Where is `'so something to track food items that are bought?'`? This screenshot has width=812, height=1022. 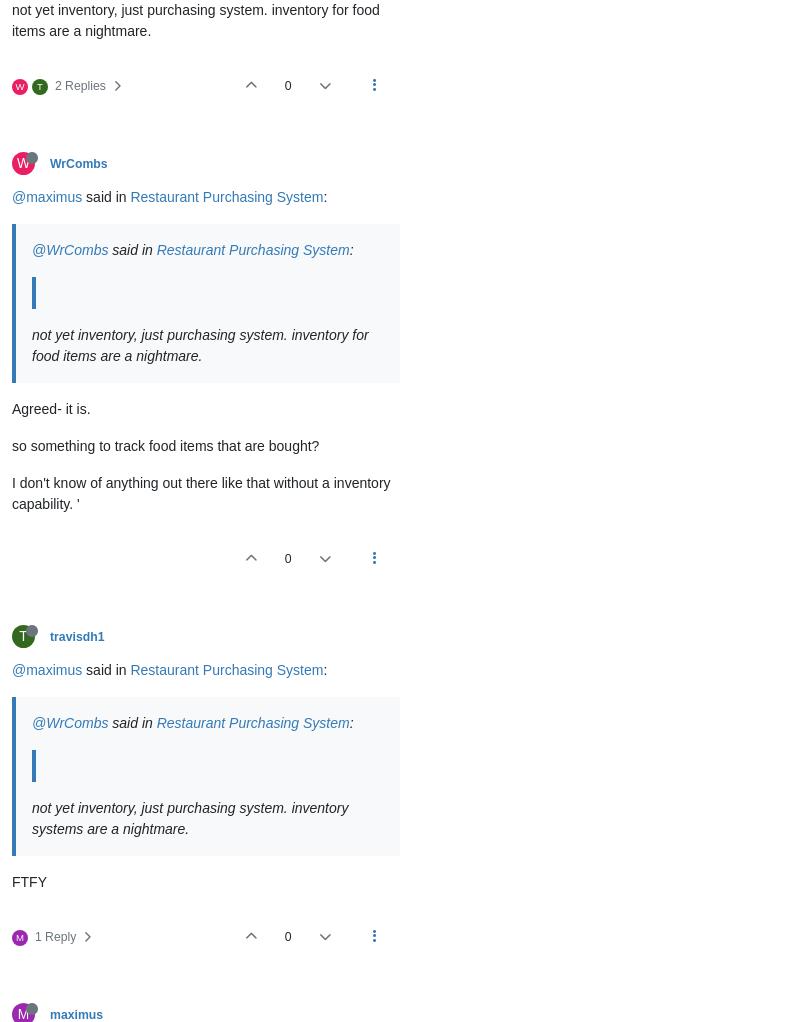
'so something to track food items that are bought?' is located at coordinates (165, 445).